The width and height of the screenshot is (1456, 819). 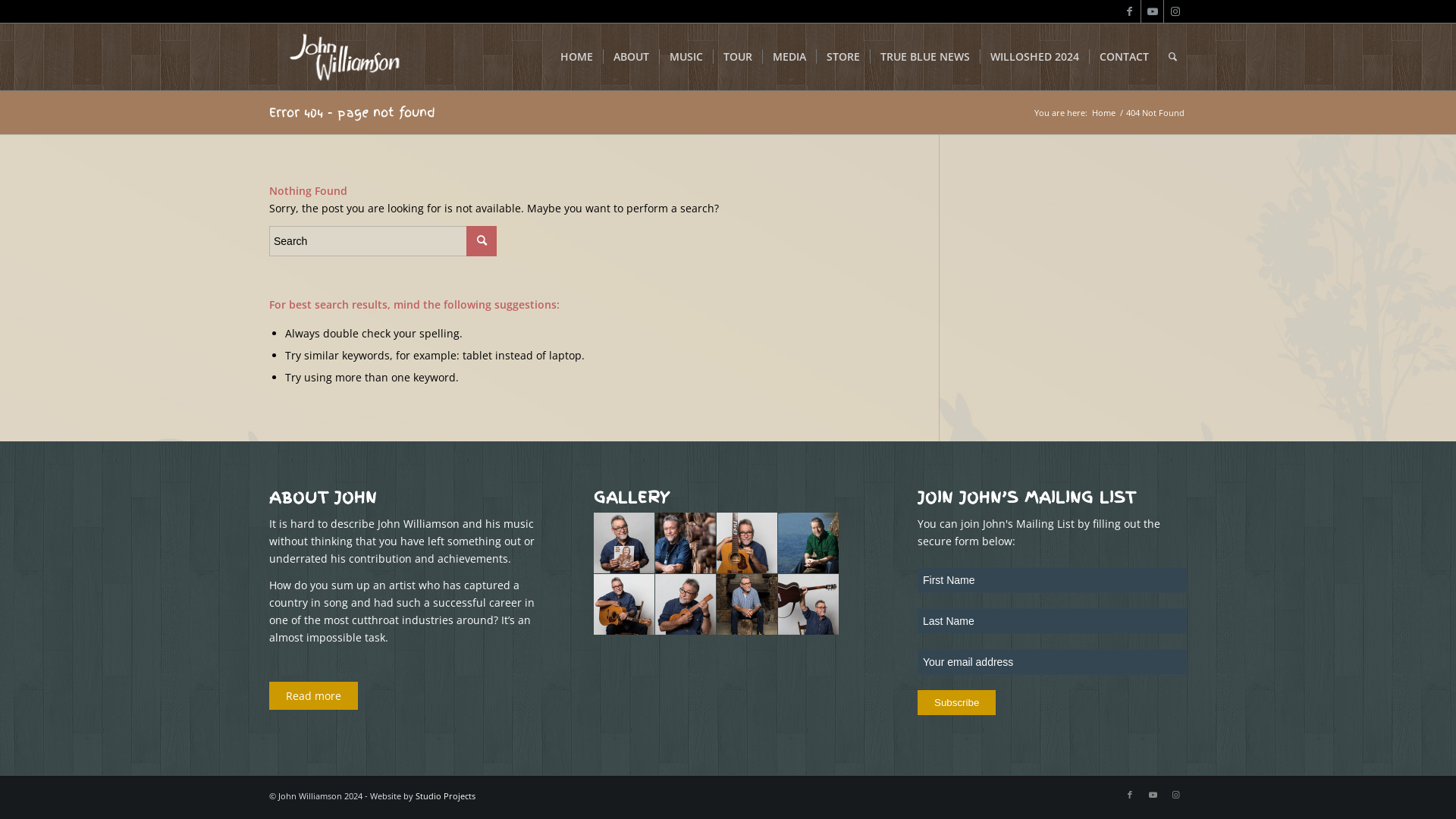 I want to click on 'Facebook', so click(x=1129, y=11).